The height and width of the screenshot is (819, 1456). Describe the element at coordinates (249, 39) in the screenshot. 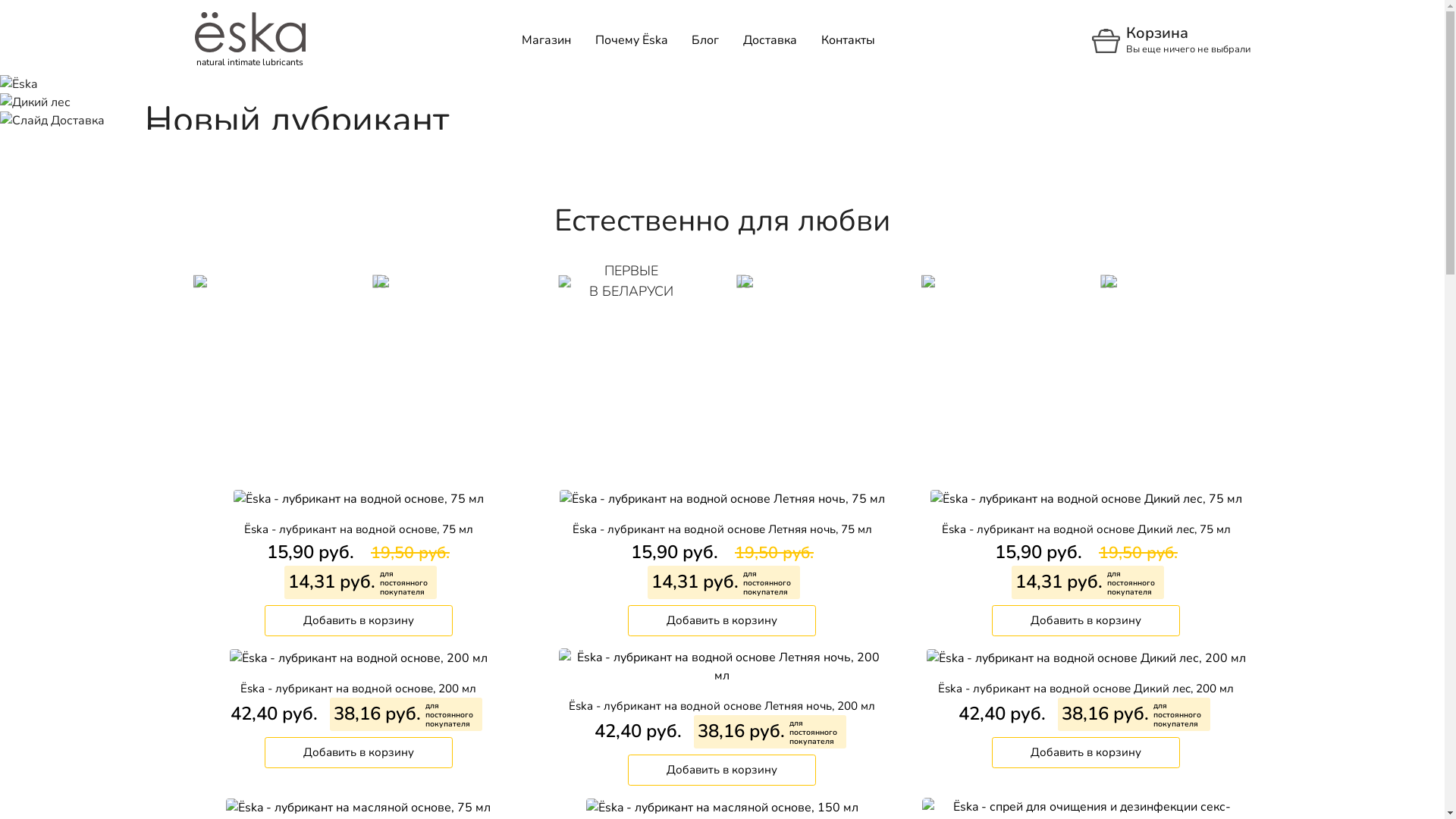

I see `'natural intimate lubricants'` at that location.